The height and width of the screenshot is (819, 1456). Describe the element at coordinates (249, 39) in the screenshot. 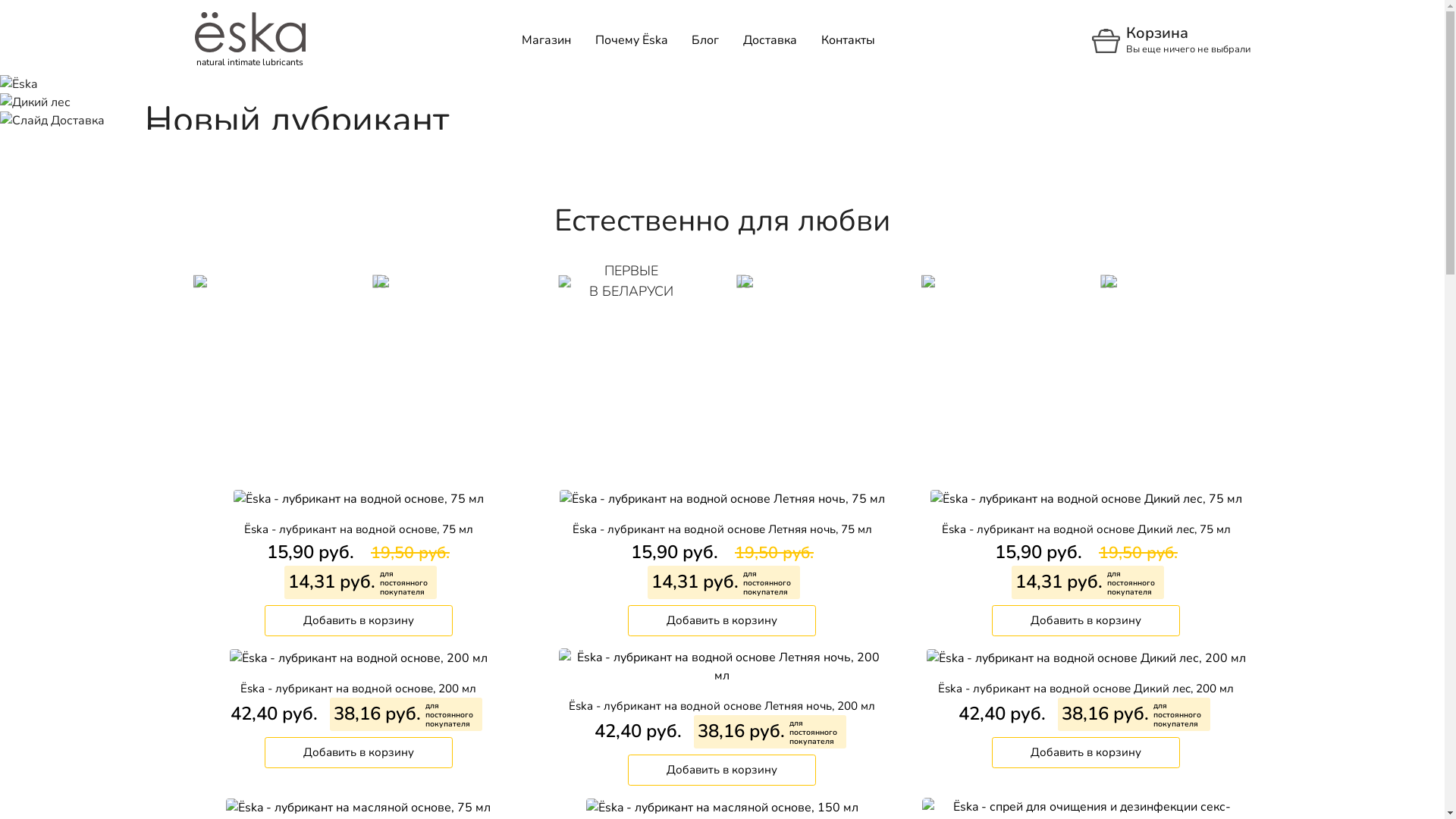

I see `'natural intimate lubricants'` at that location.